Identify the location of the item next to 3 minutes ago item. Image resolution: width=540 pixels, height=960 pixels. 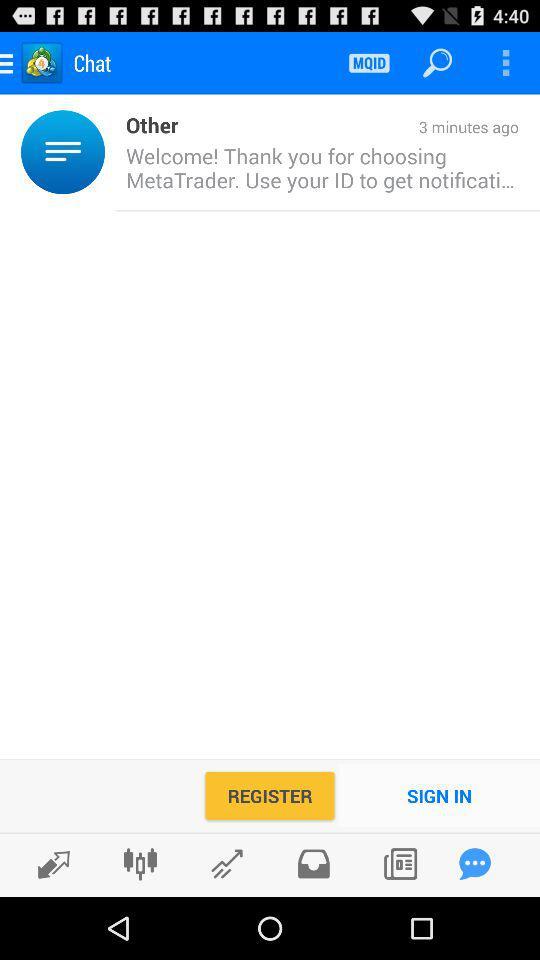
(145, 123).